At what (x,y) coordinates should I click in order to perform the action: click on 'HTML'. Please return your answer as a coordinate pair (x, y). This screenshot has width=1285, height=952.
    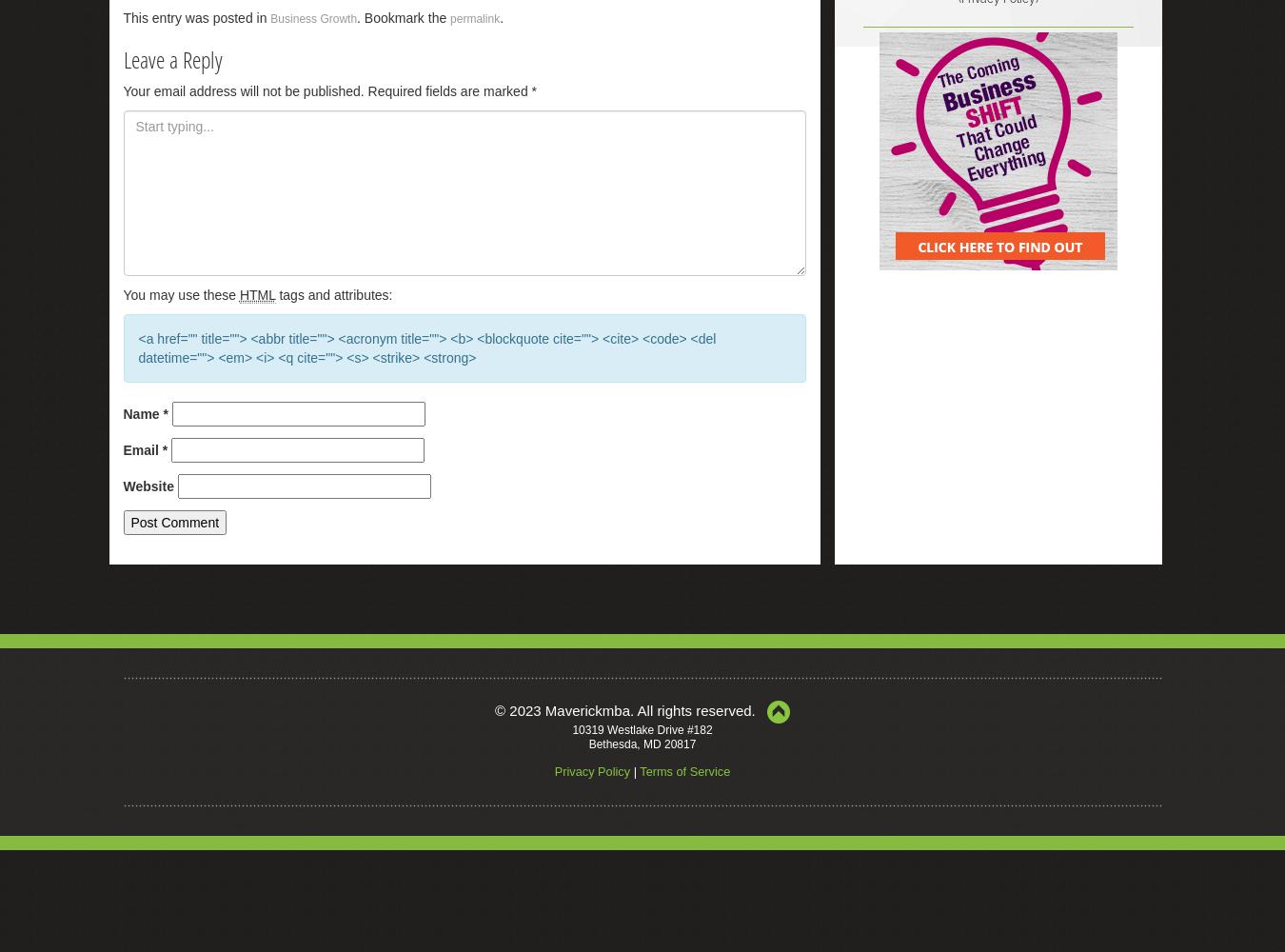
    Looking at the image, I should click on (256, 295).